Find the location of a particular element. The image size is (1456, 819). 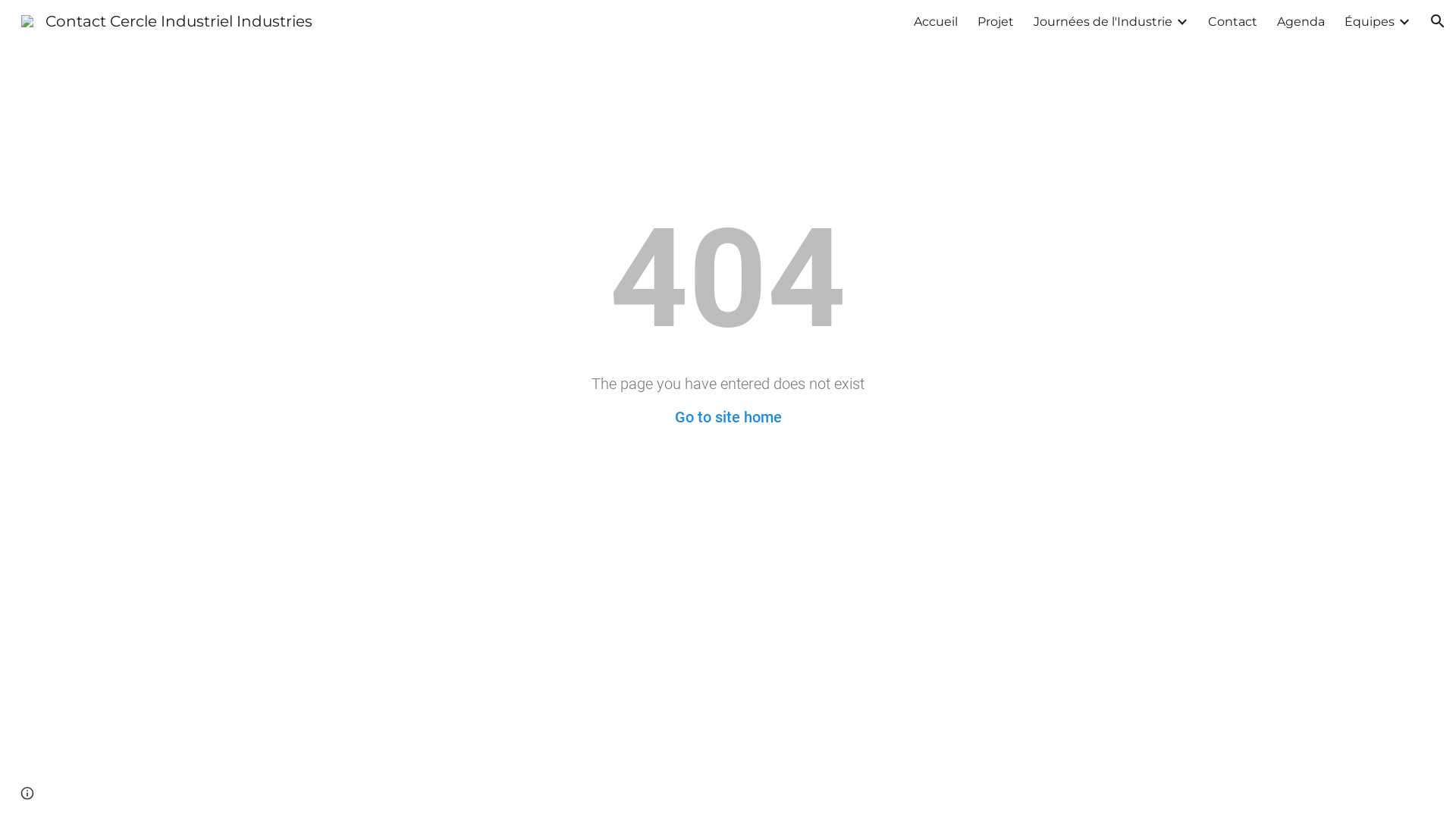

'Contact' is located at coordinates (1232, 20).